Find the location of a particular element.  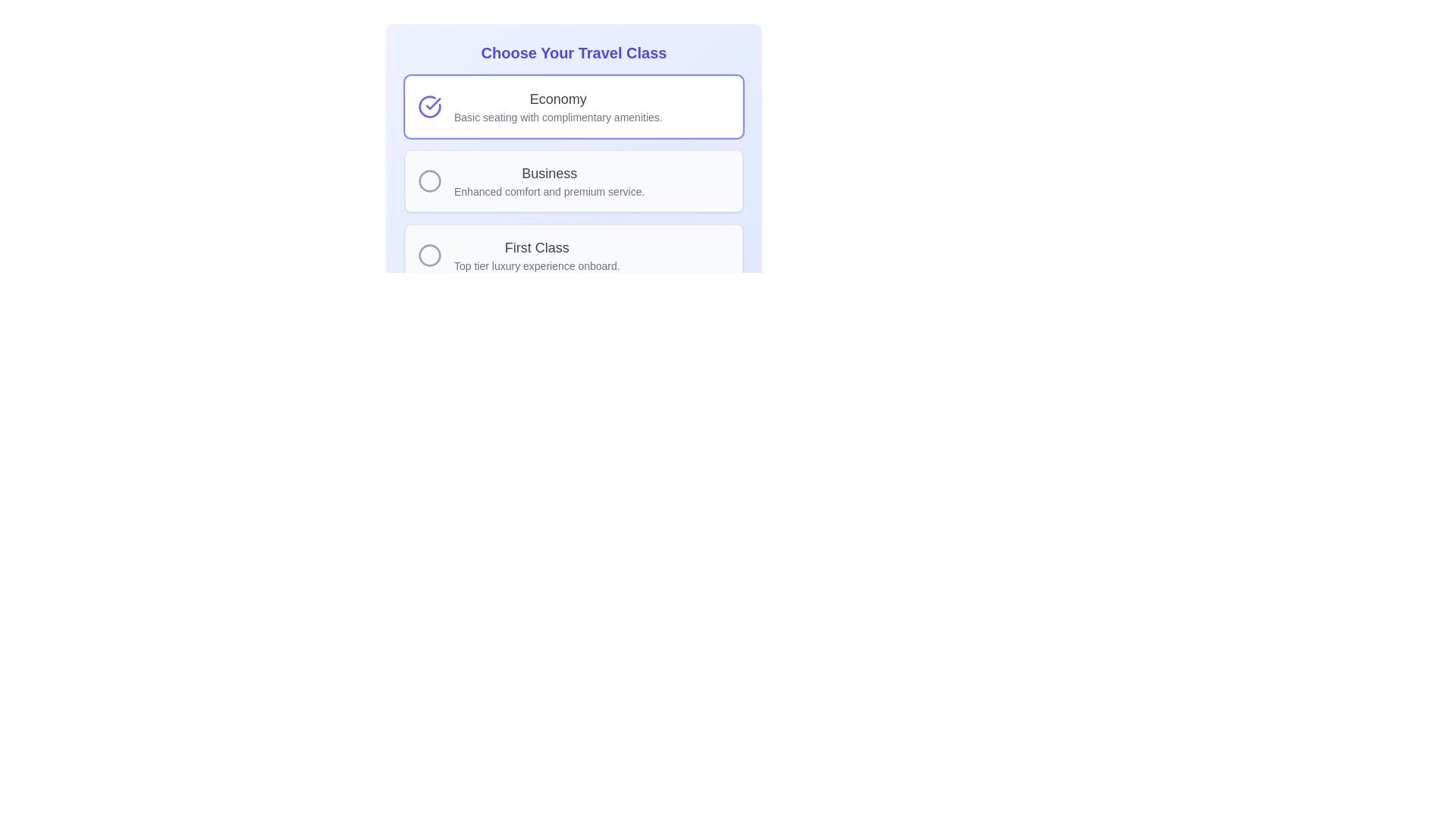

the 'Business' travel class option indicator, which is the second option in the vertical list of travel class options, located below 'Economy' and above 'First Class' is located at coordinates (428, 180).